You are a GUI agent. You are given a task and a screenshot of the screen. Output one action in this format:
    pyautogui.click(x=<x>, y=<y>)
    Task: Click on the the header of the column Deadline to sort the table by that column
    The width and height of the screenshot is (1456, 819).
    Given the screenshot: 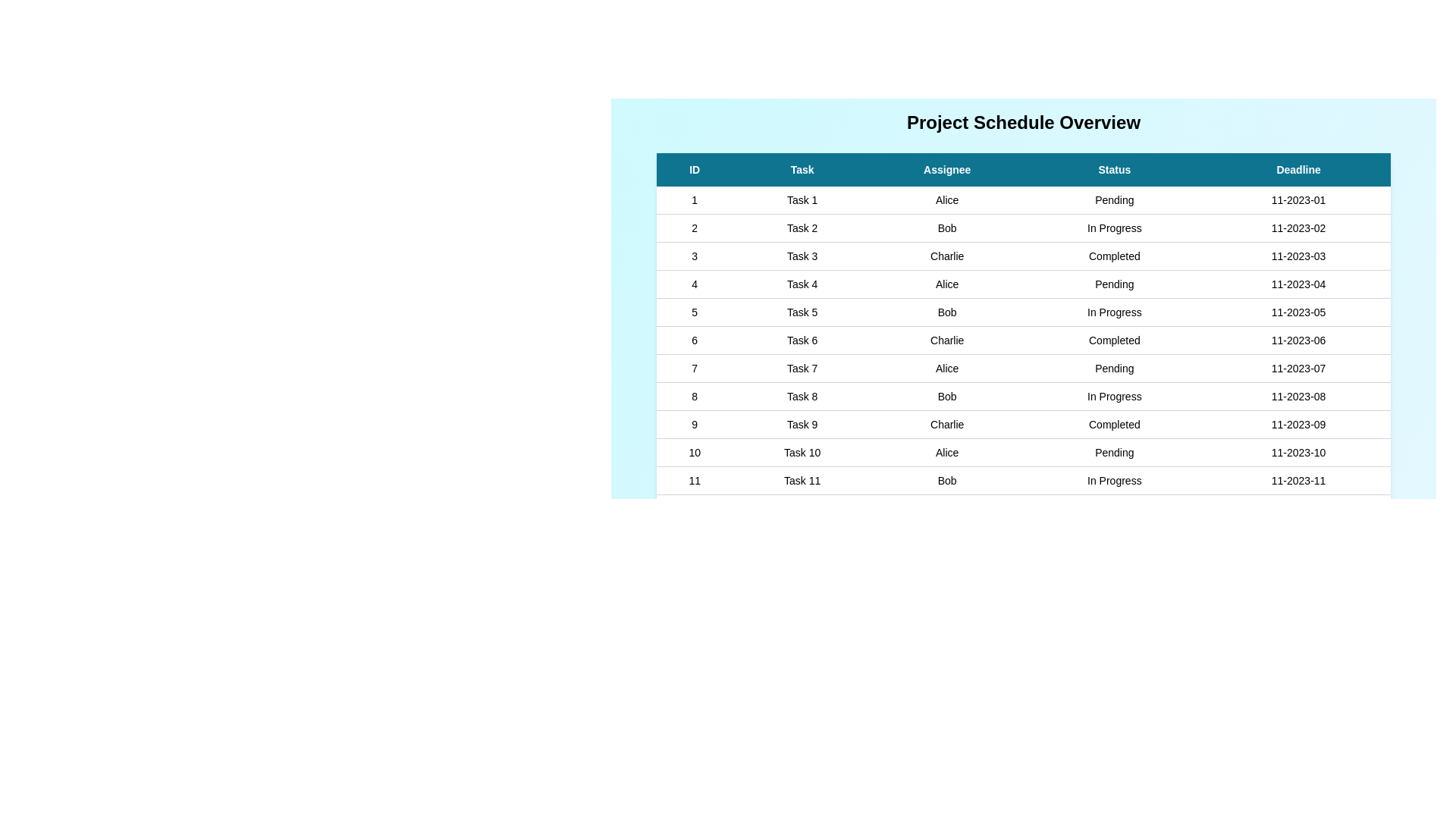 What is the action you would take?
    pyautogui.click(x=1298, y=169)
    